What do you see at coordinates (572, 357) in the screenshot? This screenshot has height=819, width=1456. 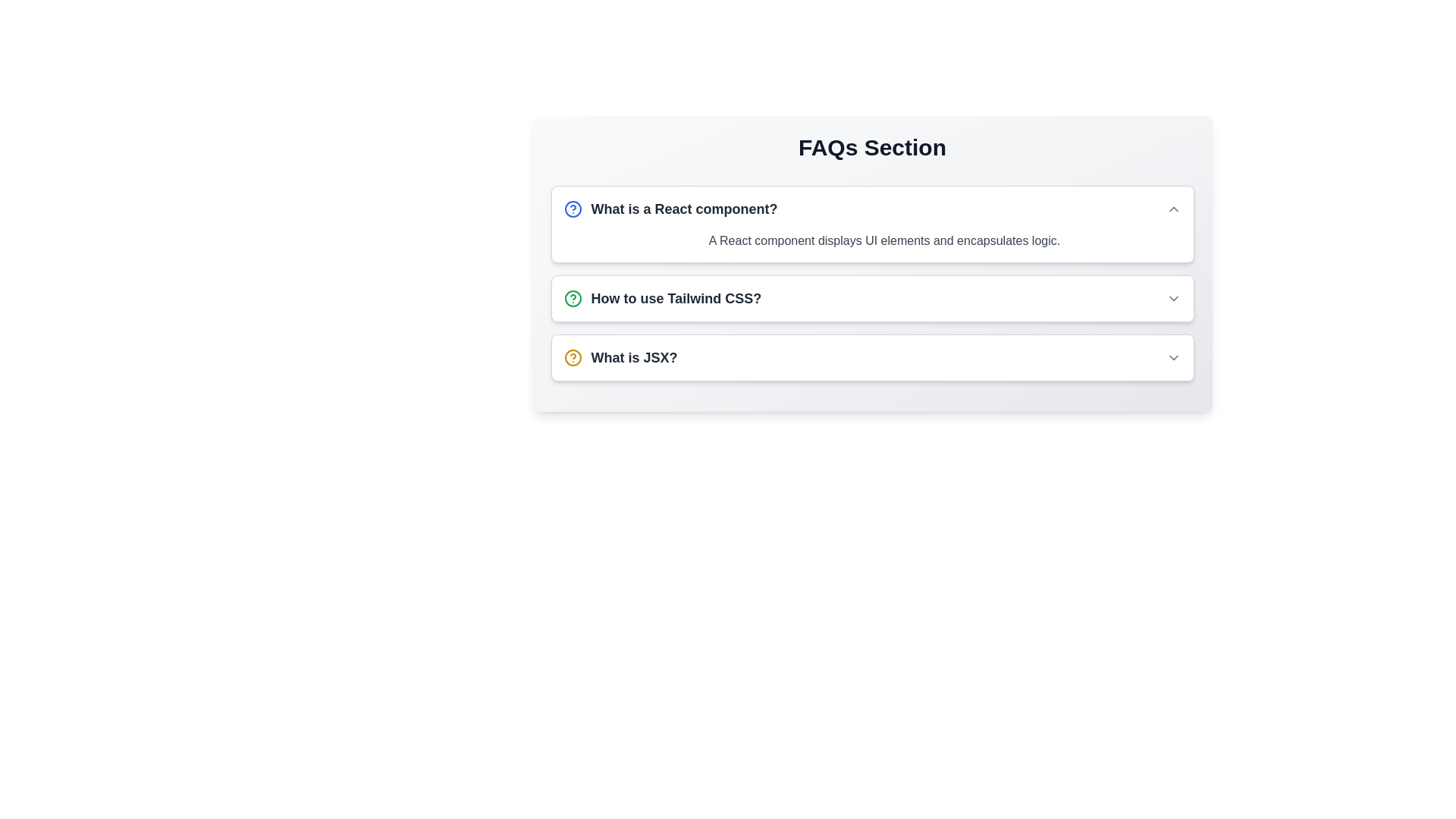 I see `the circular icon with a yellow outline and a question mark graphic located to the left of the text 'What is JSX?' in the FAQs list` at bounding box center [572, 357].